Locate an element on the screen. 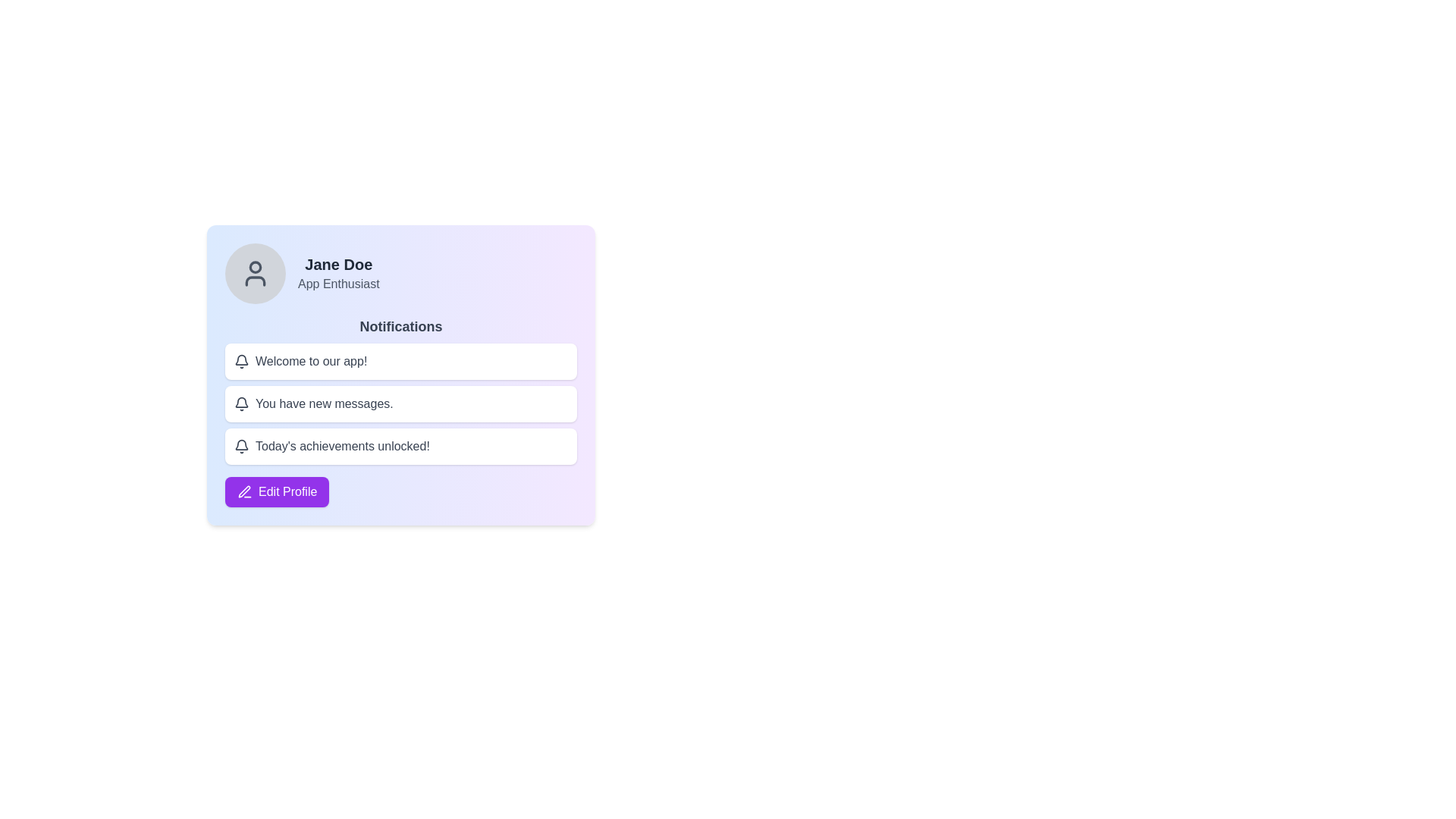  the vector graphic icon representing a pen or edit tool, located inside the 'Edit Profile' button at the bottom of the user information card is located at coordinates (244, 491).